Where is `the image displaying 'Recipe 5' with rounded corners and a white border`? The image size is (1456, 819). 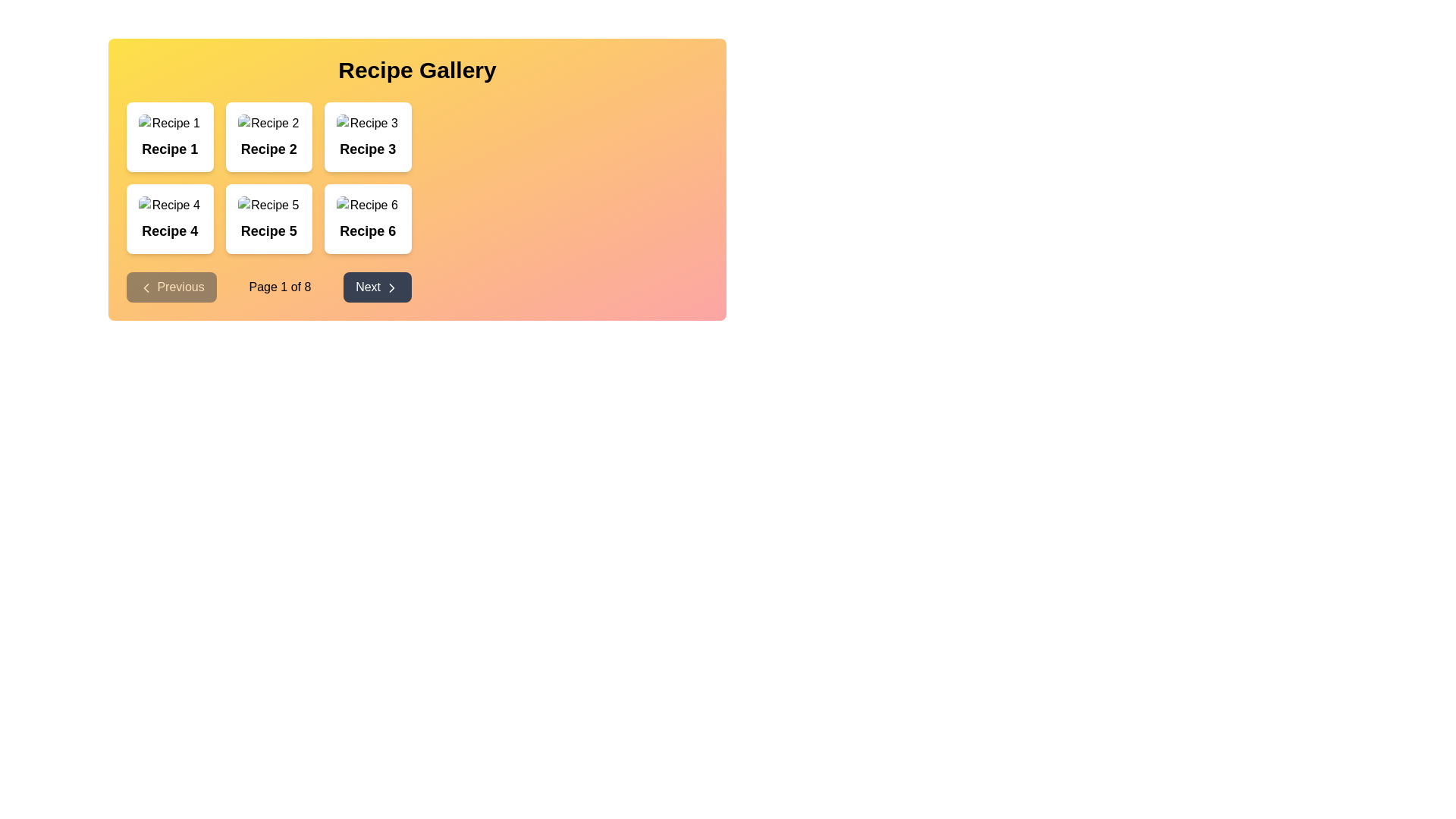 the image displaying 'Recipe 5' with rounded corners and a white border is located at coordinates (268, 205).